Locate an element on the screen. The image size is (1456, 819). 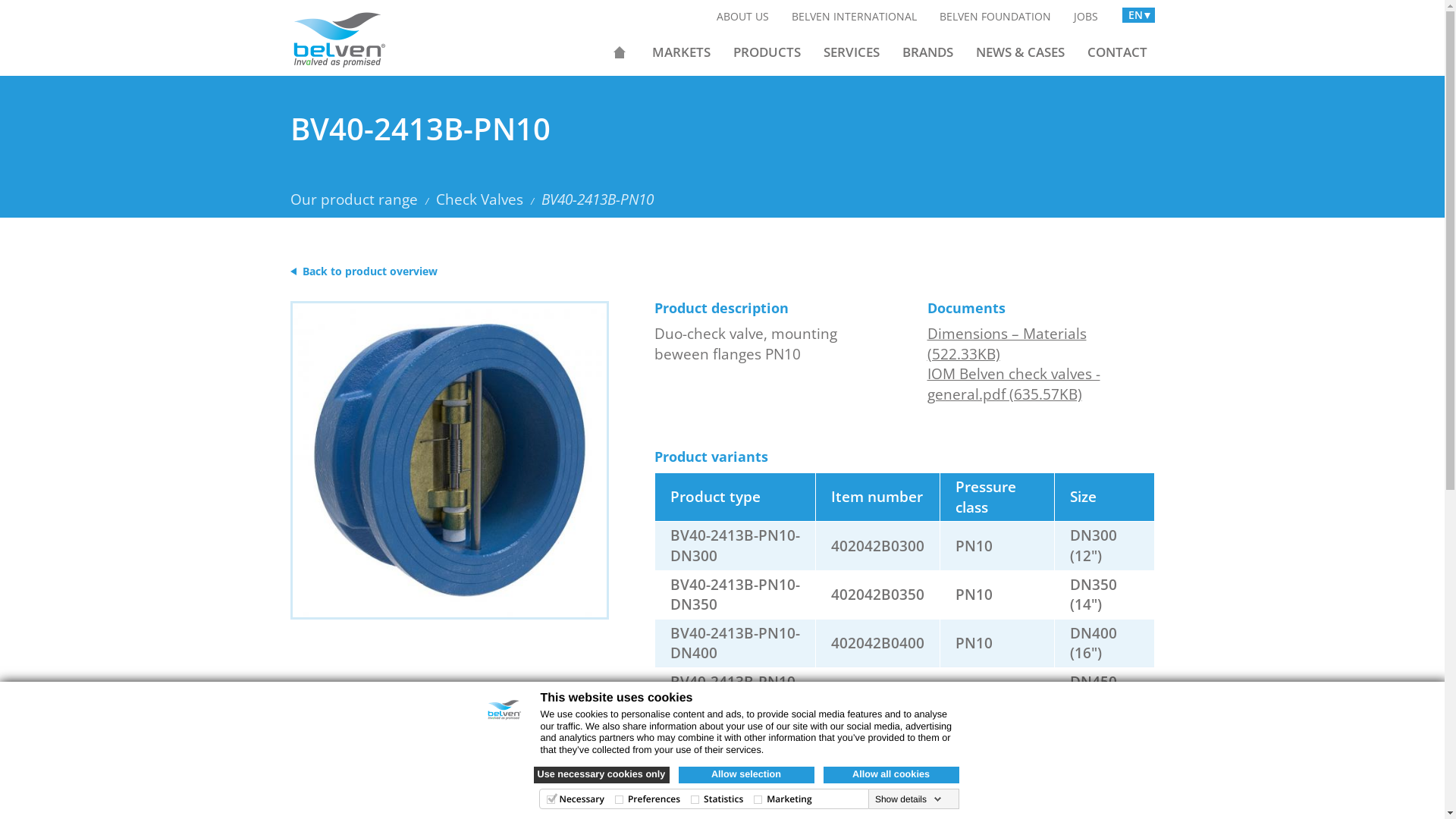
'IOM Belven check valves - general.pdf (635.57KB)' is located at coordinates (1012, 383).